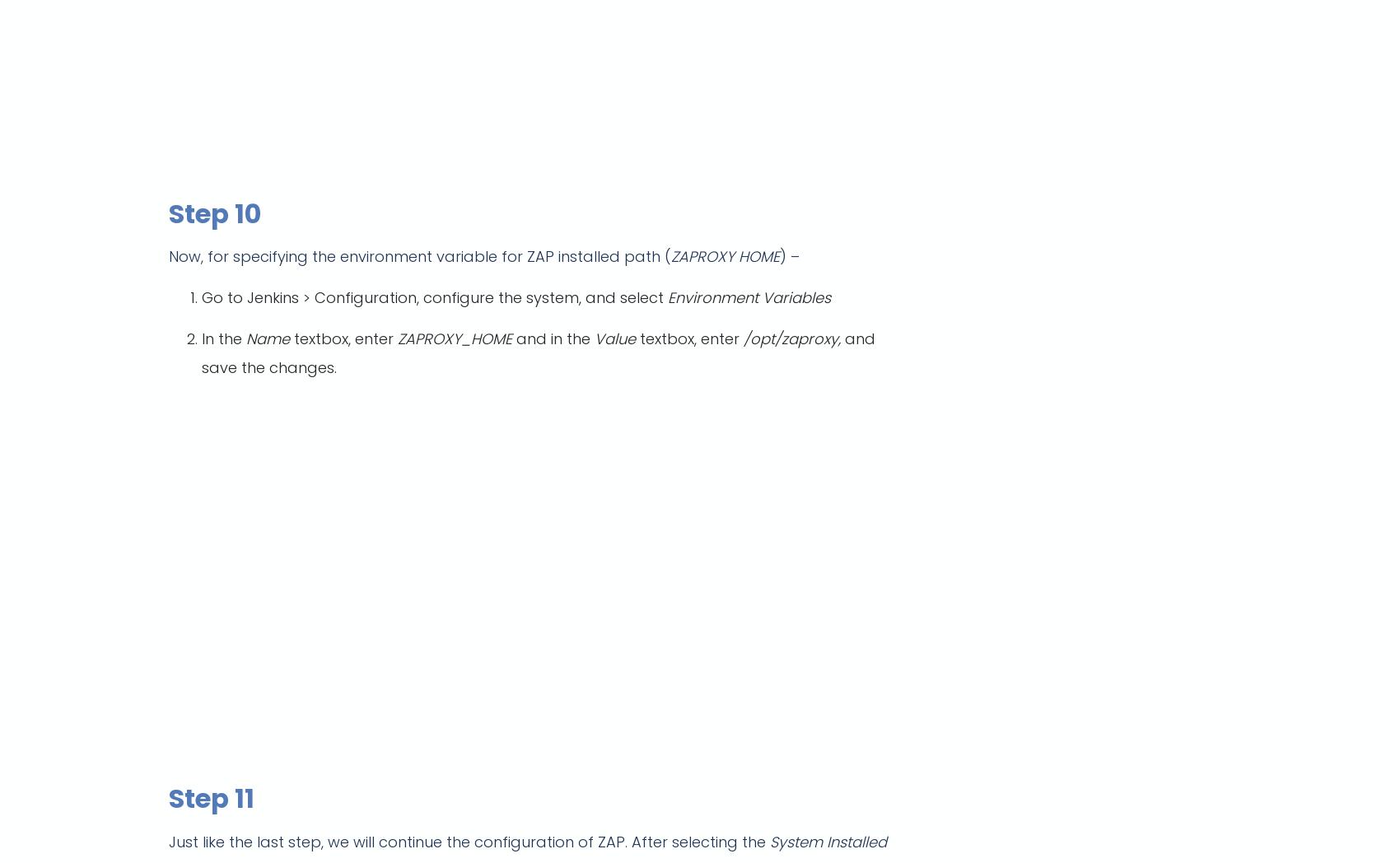 Image resolution: width=1400 pixels, height=863 pixels. What do you see at coordinates (744, 338) in the screenshot?
I see `'/opt/zaproxy,'` at bounding box center [744, 338].